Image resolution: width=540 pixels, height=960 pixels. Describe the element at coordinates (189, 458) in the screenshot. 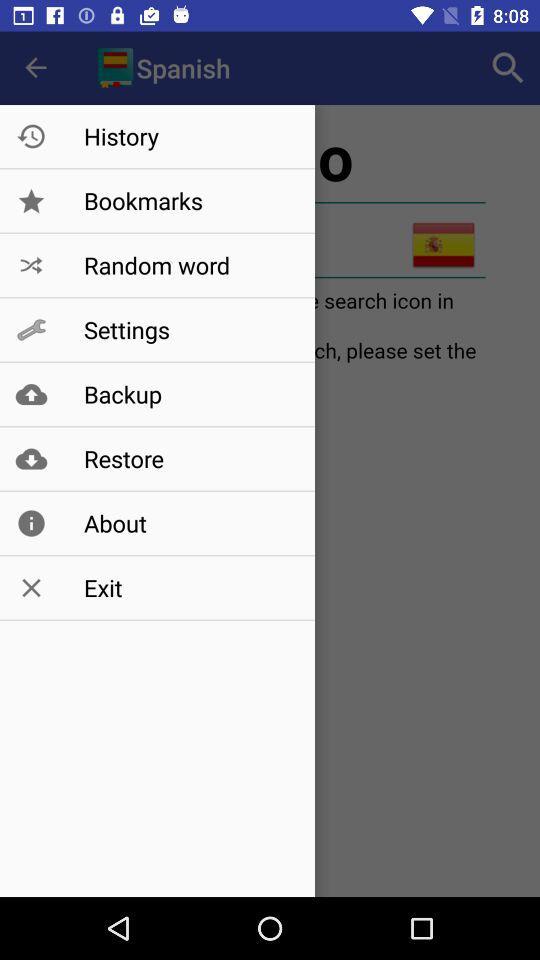

I see `restore icon` at that location.